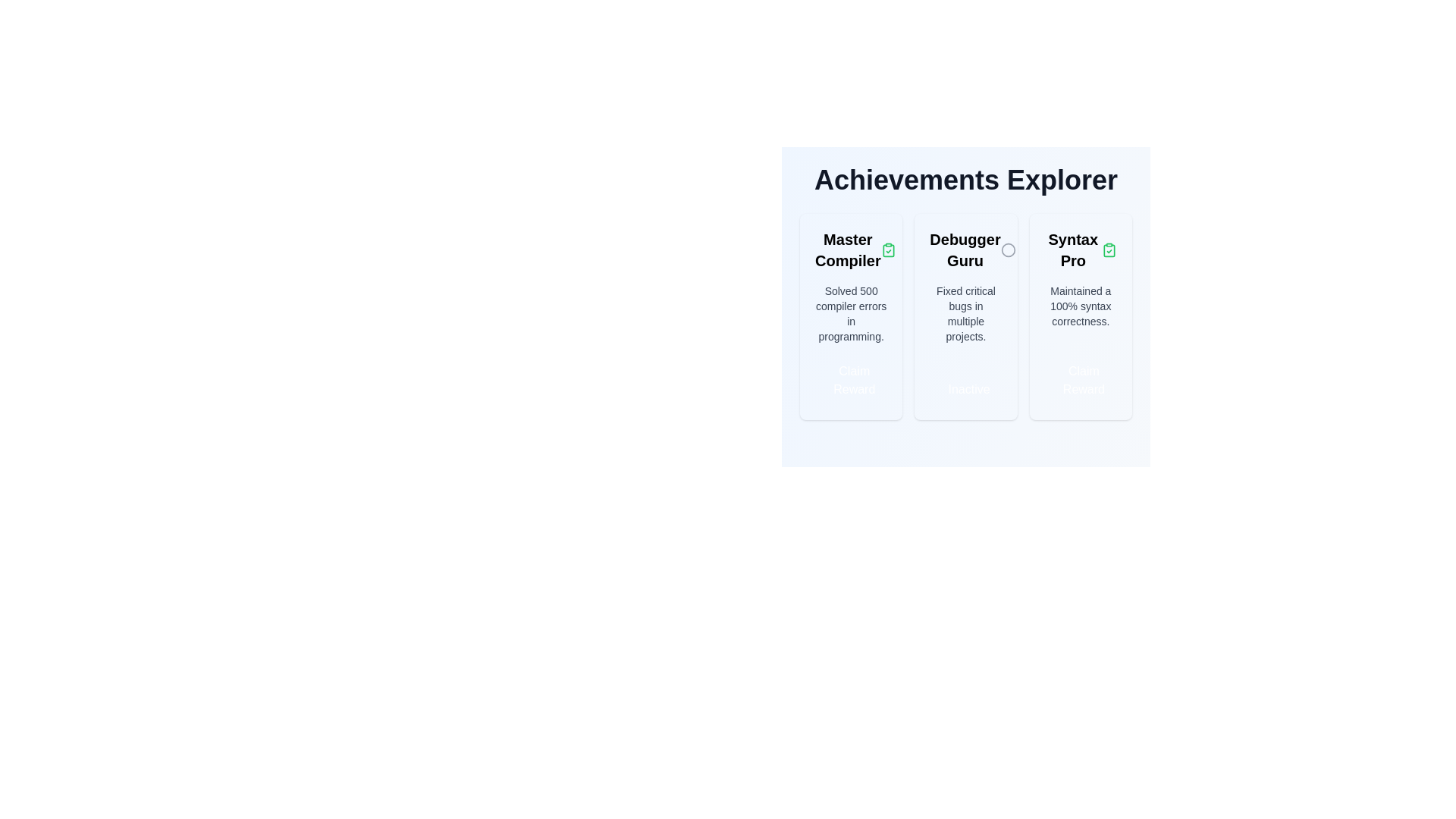 Image resolution: width=1456 pixels, height=819 pixels. What do you see at coordinates (1008, 249) in the screenshot?
I see `the circular icon styled as an outlined circle with a gray shade, located directly to the right of the 'Debugger Guru' heading` at bounding box center [1008, 249].